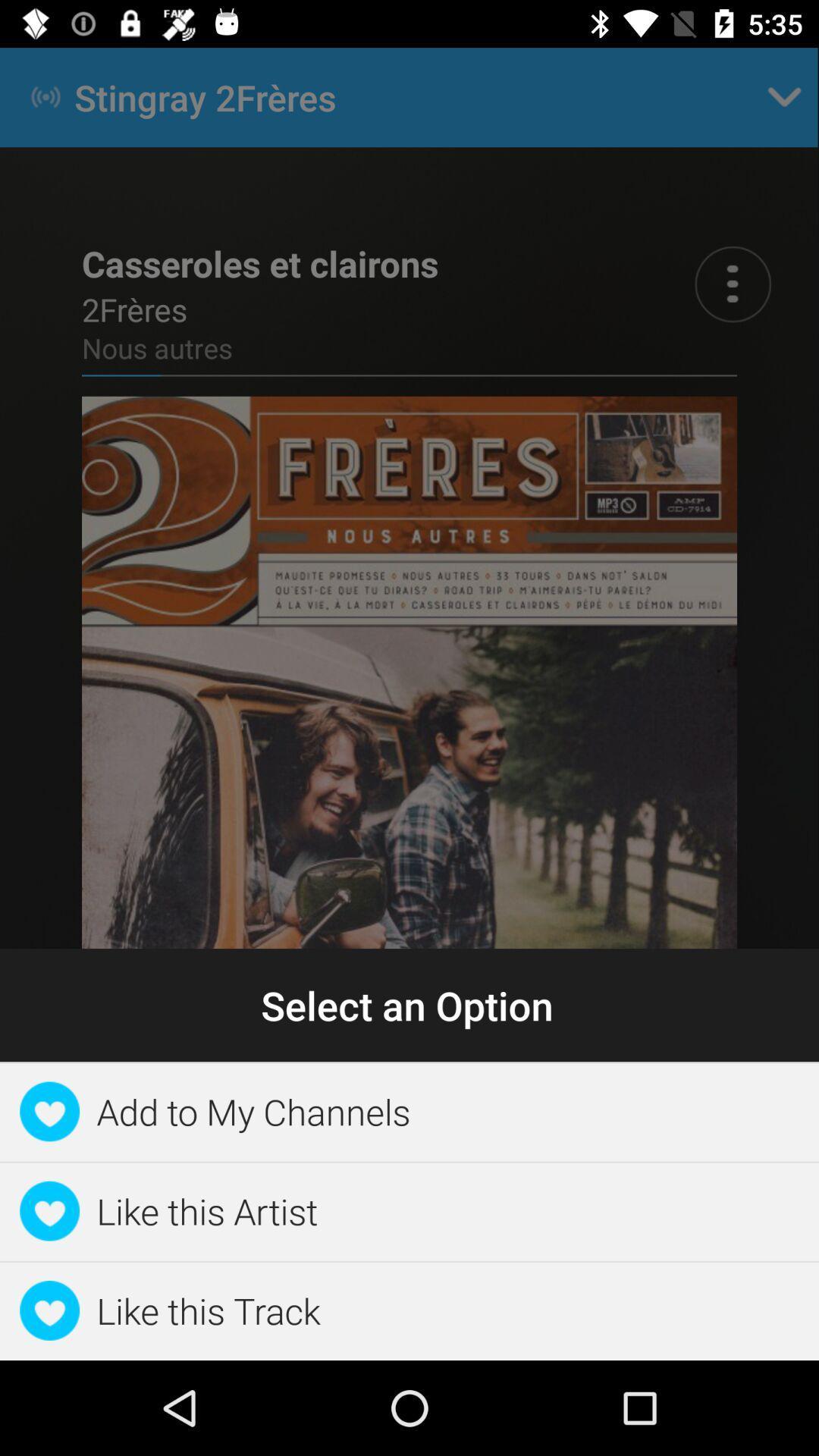 The height and width of the screenshot is (1456, 819). Describe the element at coordinates (732, 284) in the screenshot. I see `the more icon` at that location.